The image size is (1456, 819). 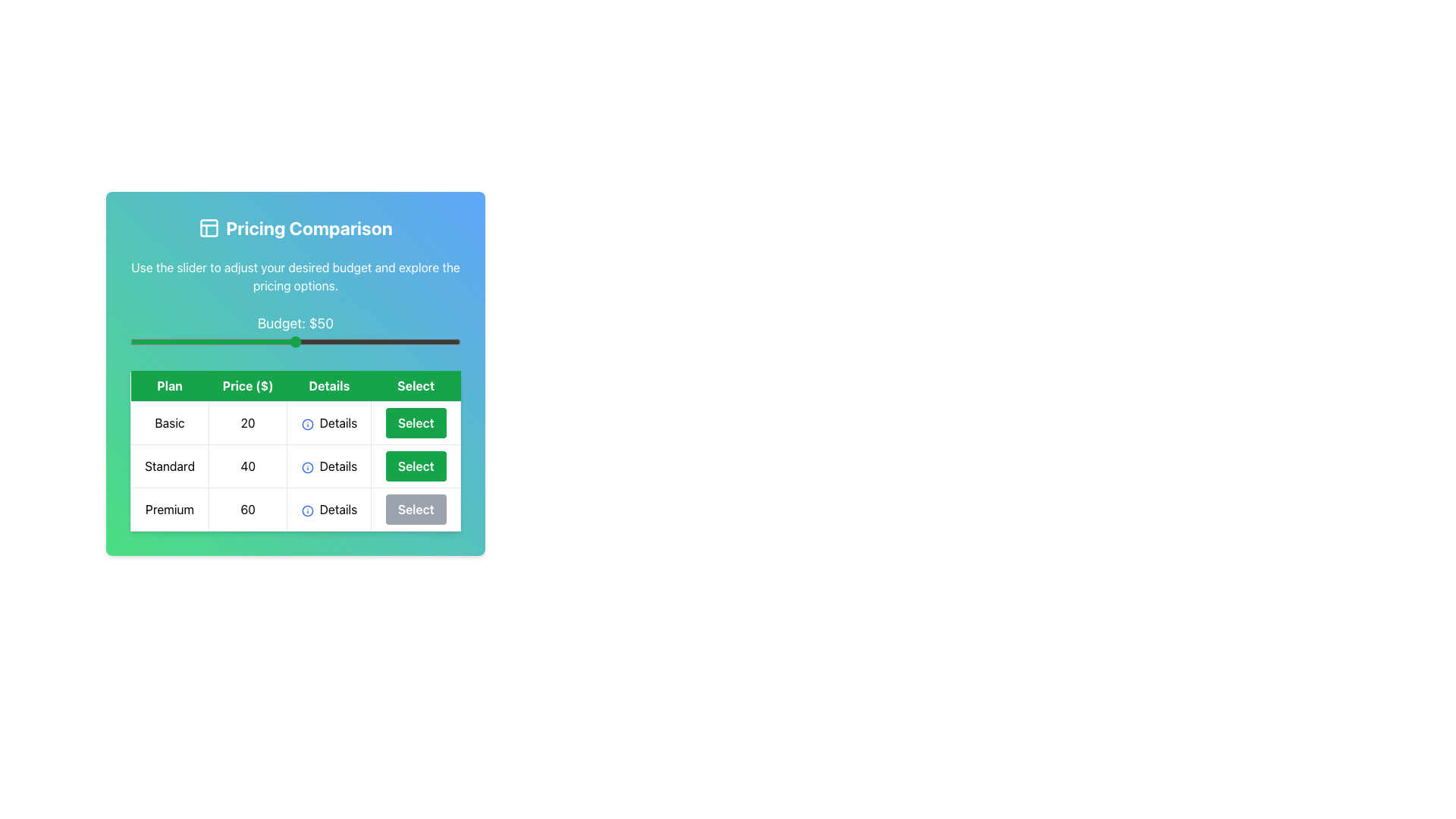 I want to click on the slider track of the horizontally oriented range slider labeled 'Budget: $50' to move the green circular knob, so click(x=295, y=332).